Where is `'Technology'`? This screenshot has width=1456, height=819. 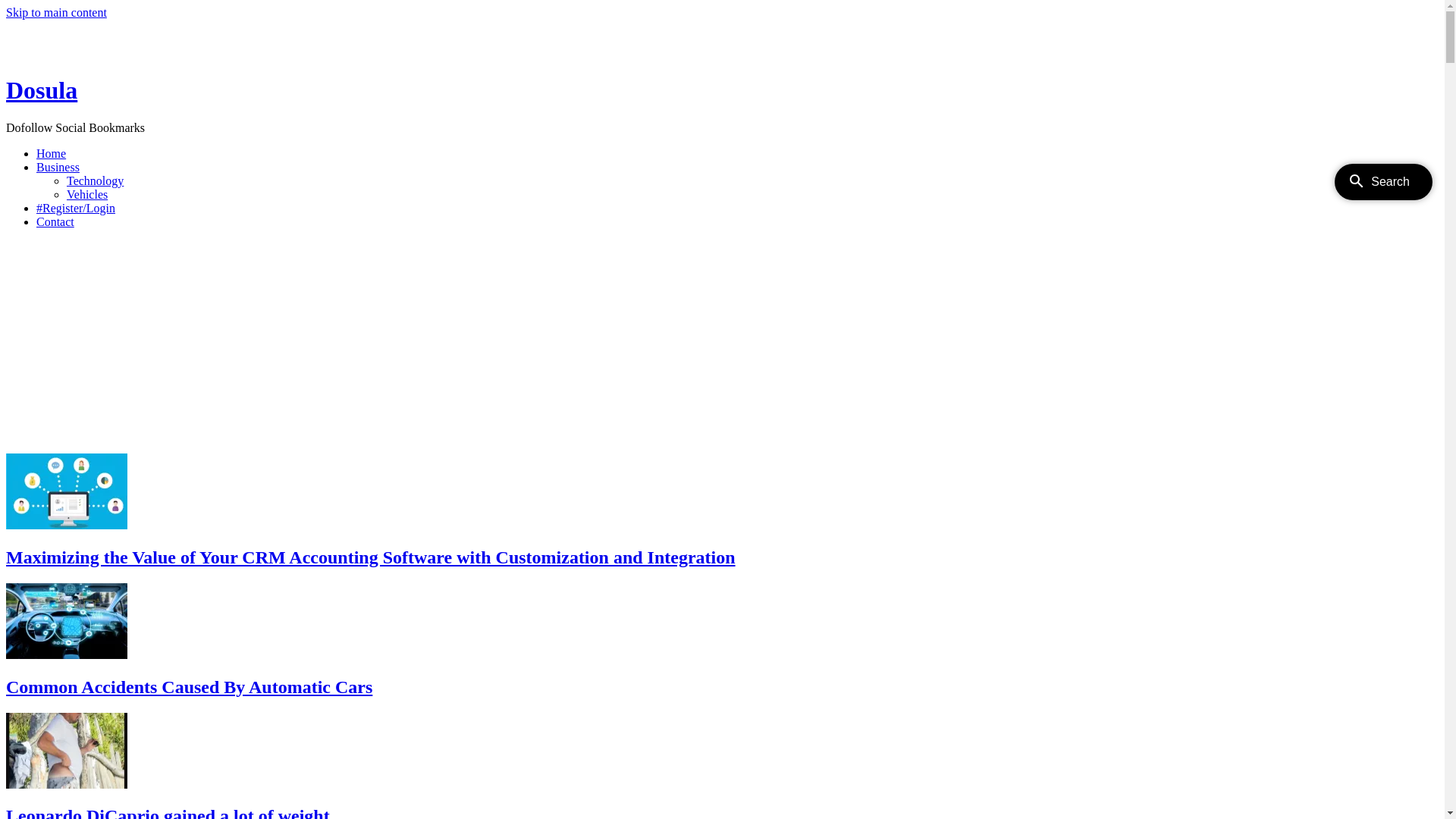 'Technology' is located at coordinates (94, 180).